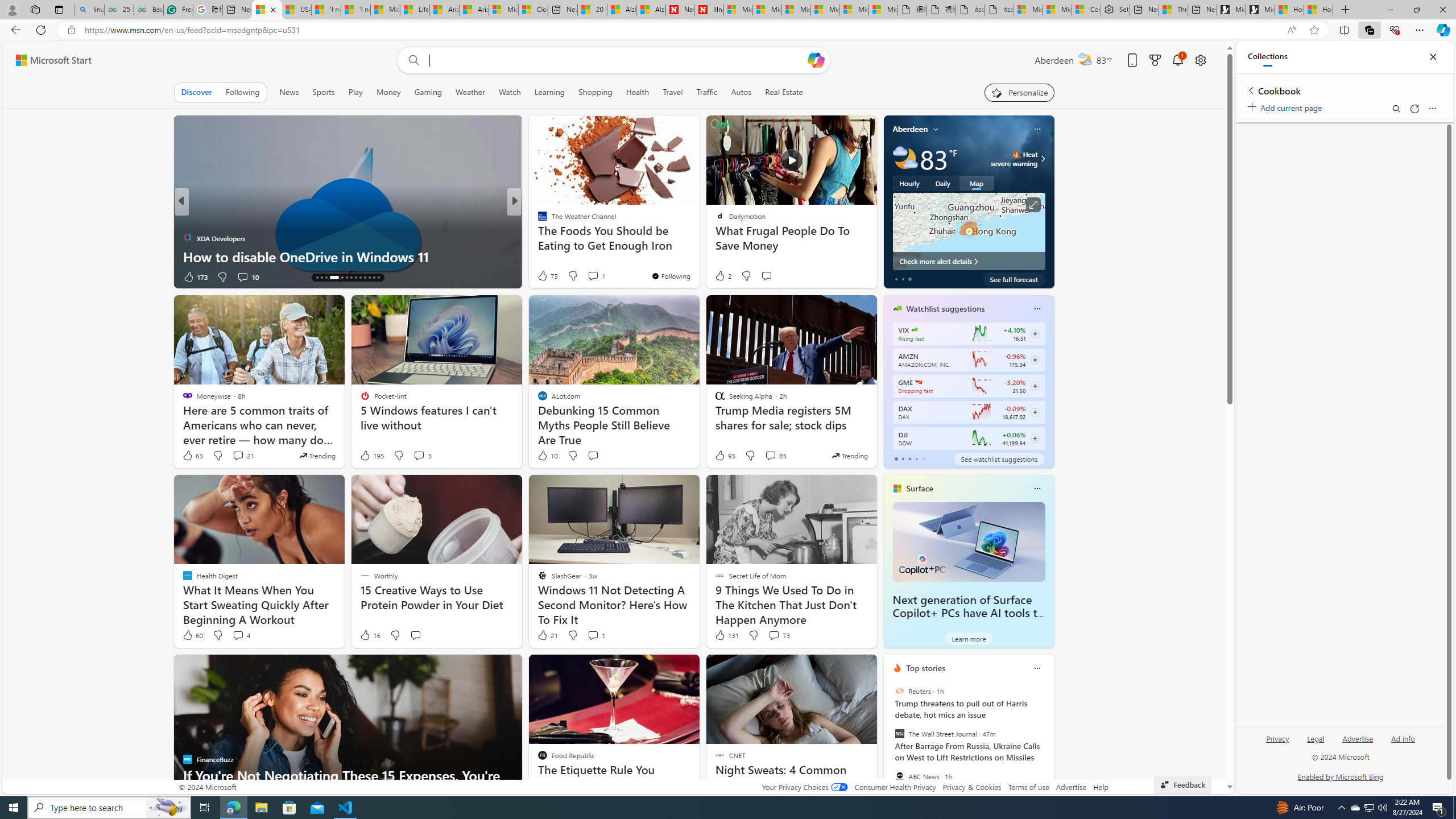 The image size is (1456, 819). What do you see at coordinates (1014, 279) in the screenshot?
I see `'See full forecast'` at bounding box center [1014, 279].